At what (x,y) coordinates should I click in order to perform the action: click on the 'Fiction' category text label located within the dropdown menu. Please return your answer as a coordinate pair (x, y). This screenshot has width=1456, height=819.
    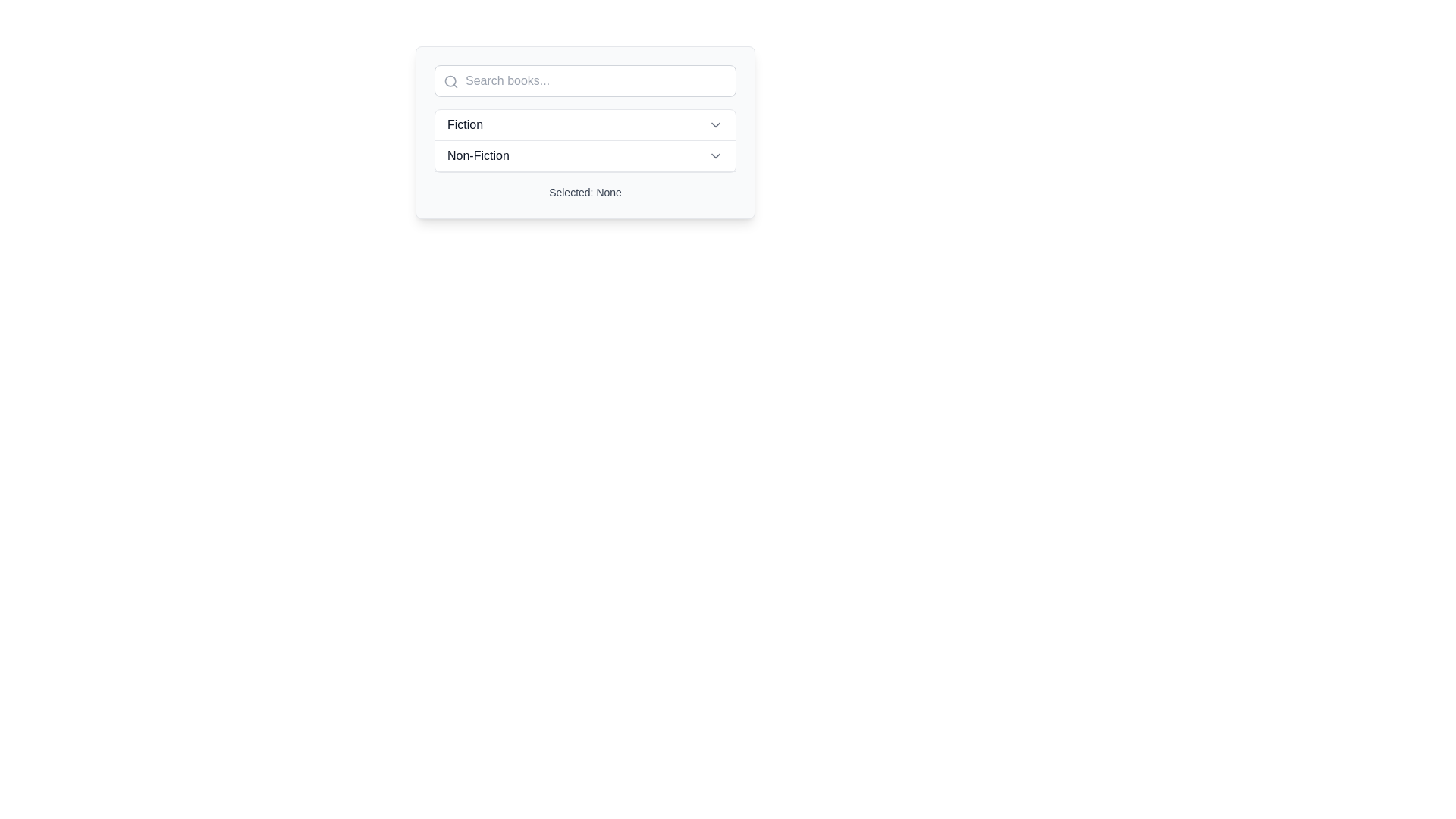
    Looking at the image, I should click on (464, 124).